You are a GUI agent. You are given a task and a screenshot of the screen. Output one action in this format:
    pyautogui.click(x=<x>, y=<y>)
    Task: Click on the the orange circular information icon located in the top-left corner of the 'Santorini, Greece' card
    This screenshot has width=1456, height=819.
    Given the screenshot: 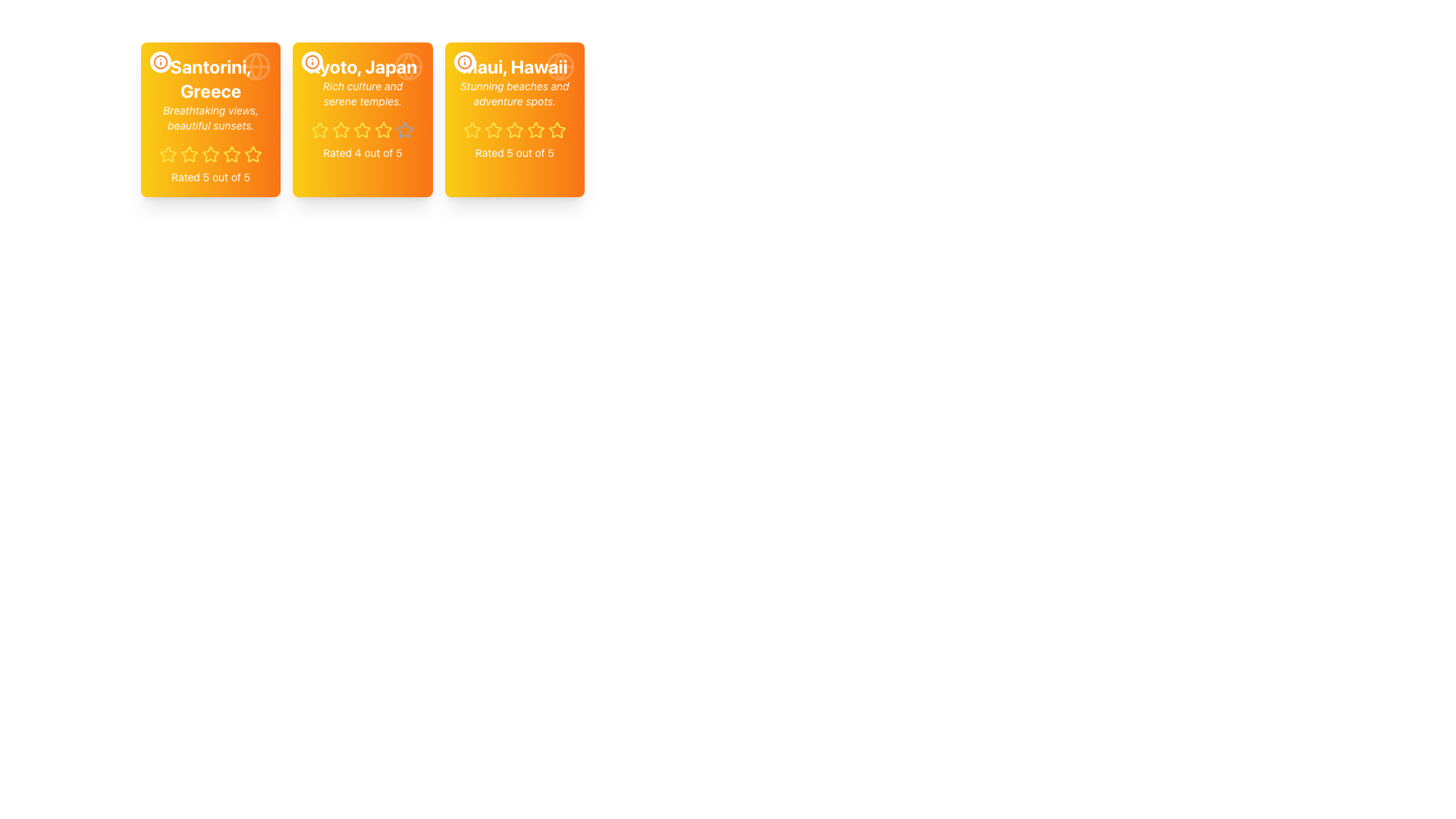 What is the action you would take?
    pyautogui.click(x=160, y=61)
    